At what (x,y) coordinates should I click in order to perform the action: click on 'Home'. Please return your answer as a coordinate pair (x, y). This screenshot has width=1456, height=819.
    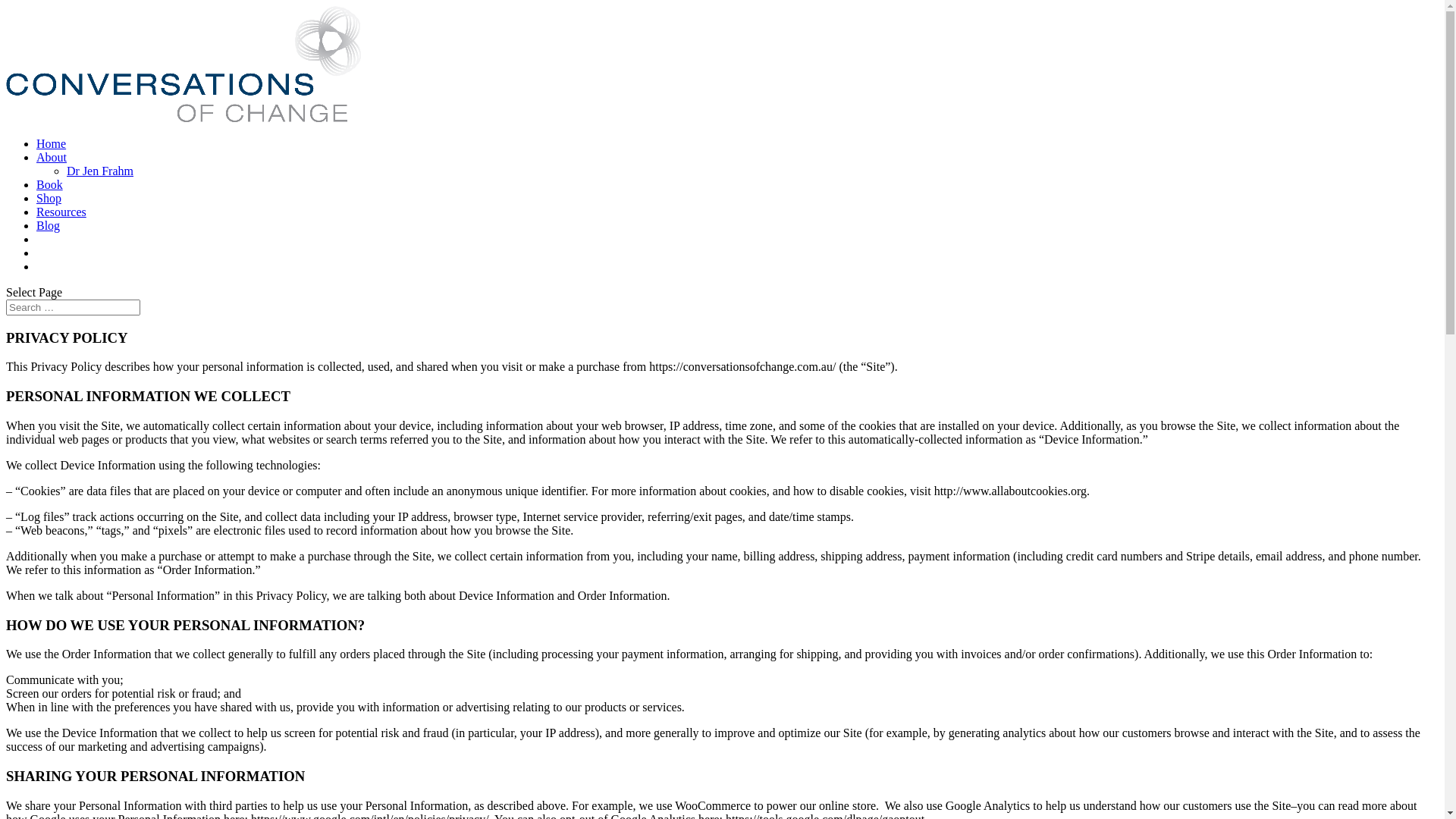
    Looking at the image, I should click on (51, 143).